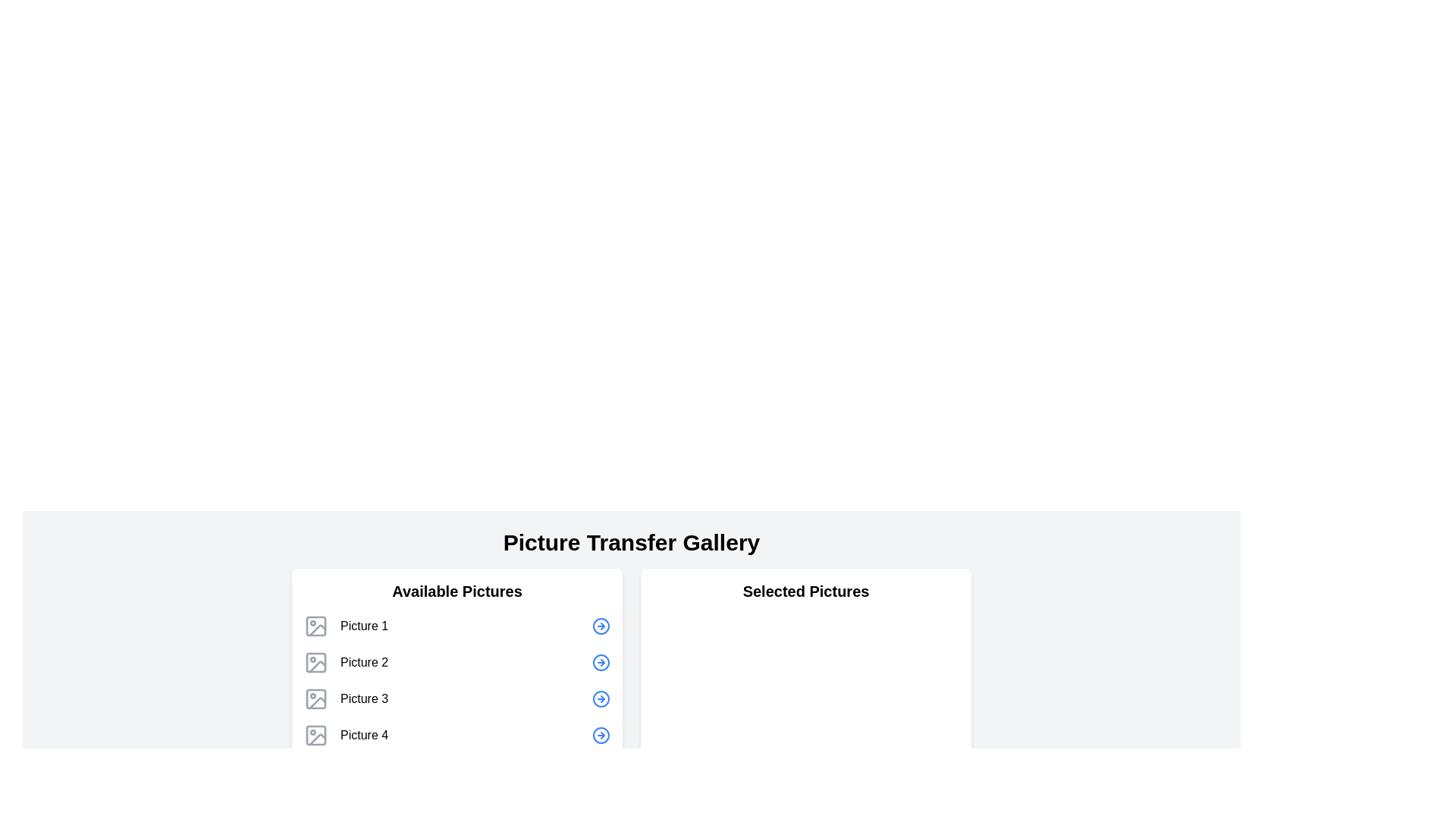  Describe the element at coordinates (315, 698) in the screenshot. I see `the Image icon labeled 'Picture 3', which is the third icon in a vertical list under the section header 'Available Pictures'` at that location.